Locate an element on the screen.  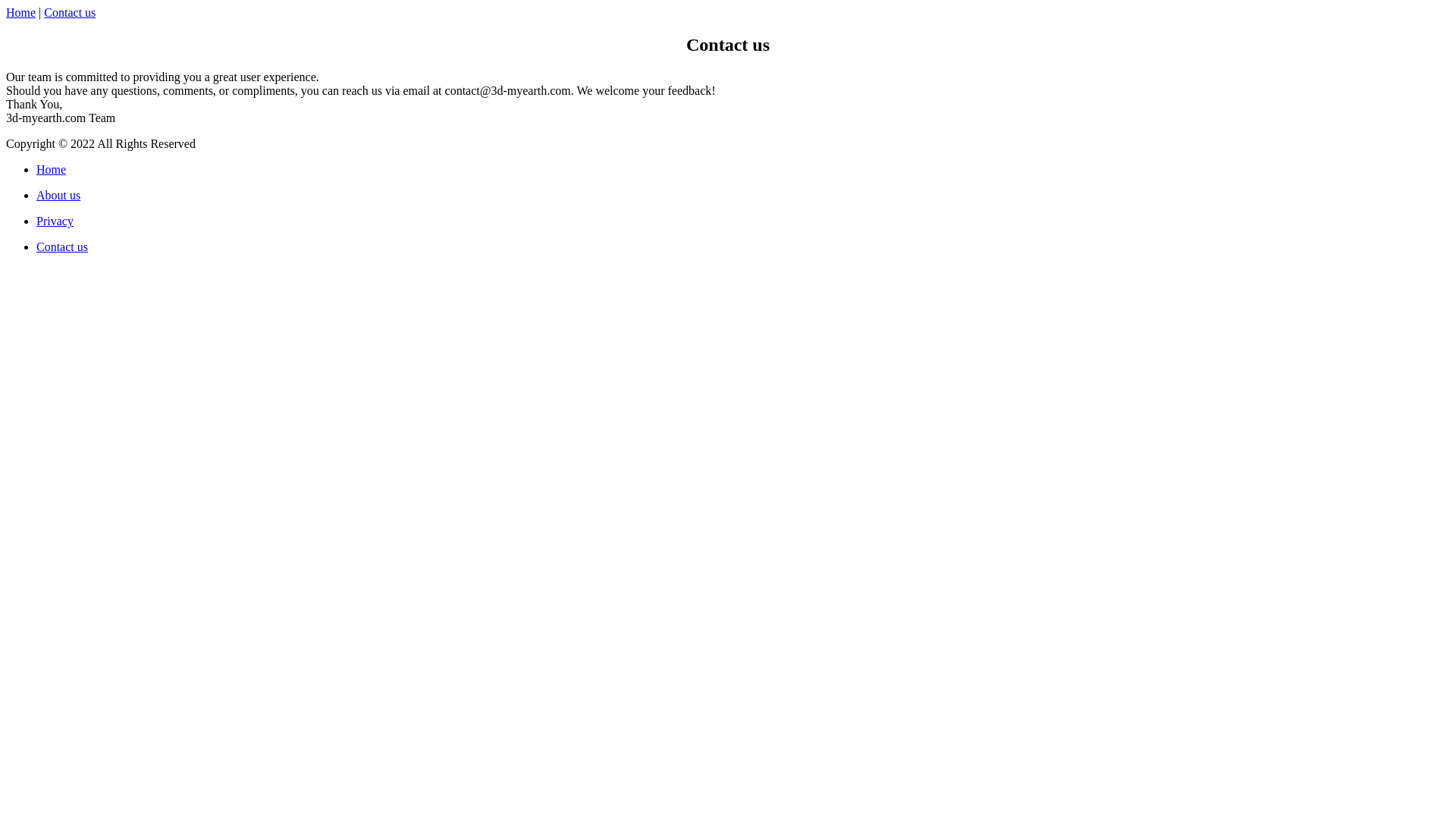
'Contact us' is located at coordinates (61, 246).